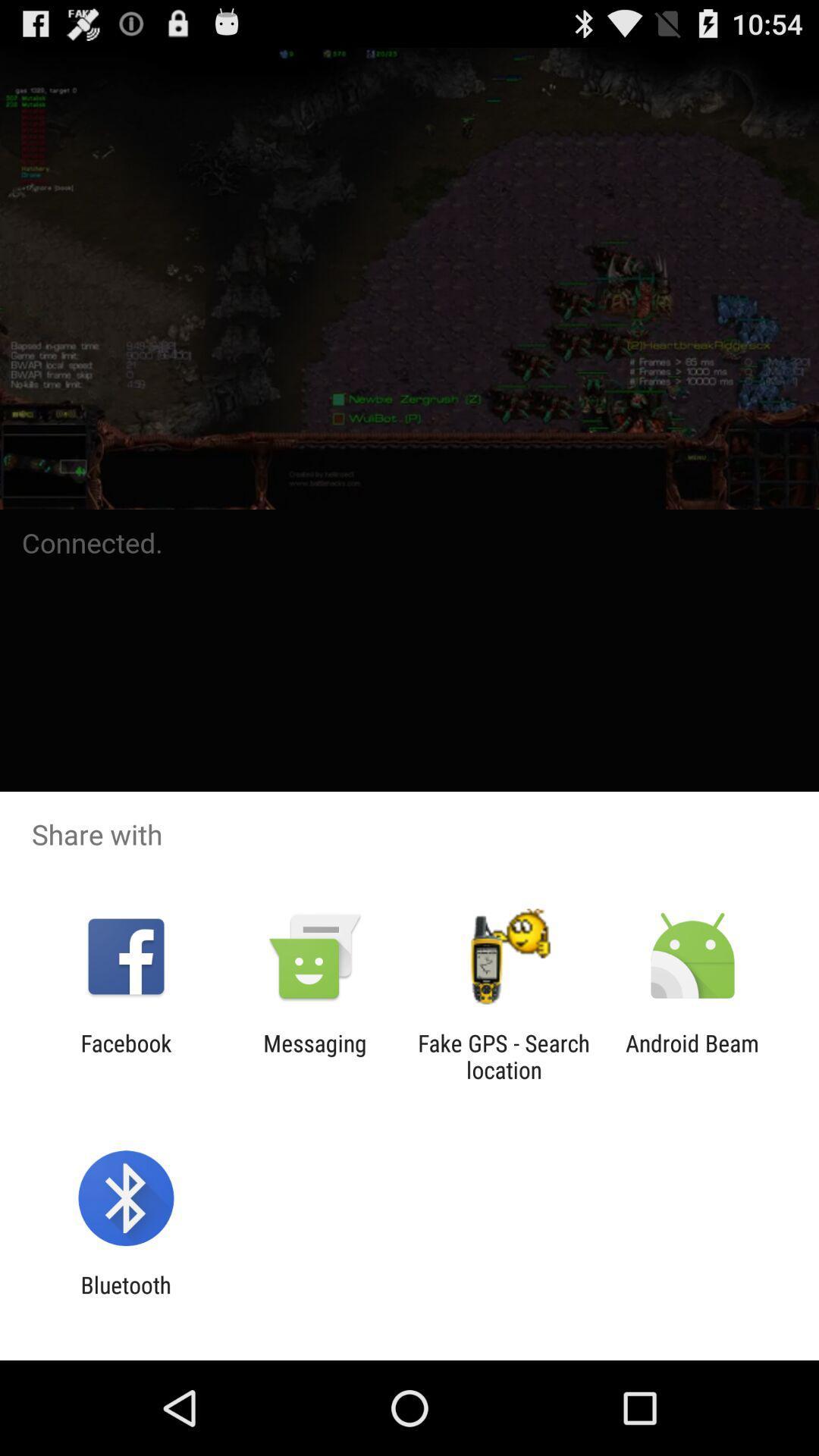 Image resolution: width=819 pixels, height=1456 pixels. I want to click on the icon next to facebook item, so click(314, 1056).